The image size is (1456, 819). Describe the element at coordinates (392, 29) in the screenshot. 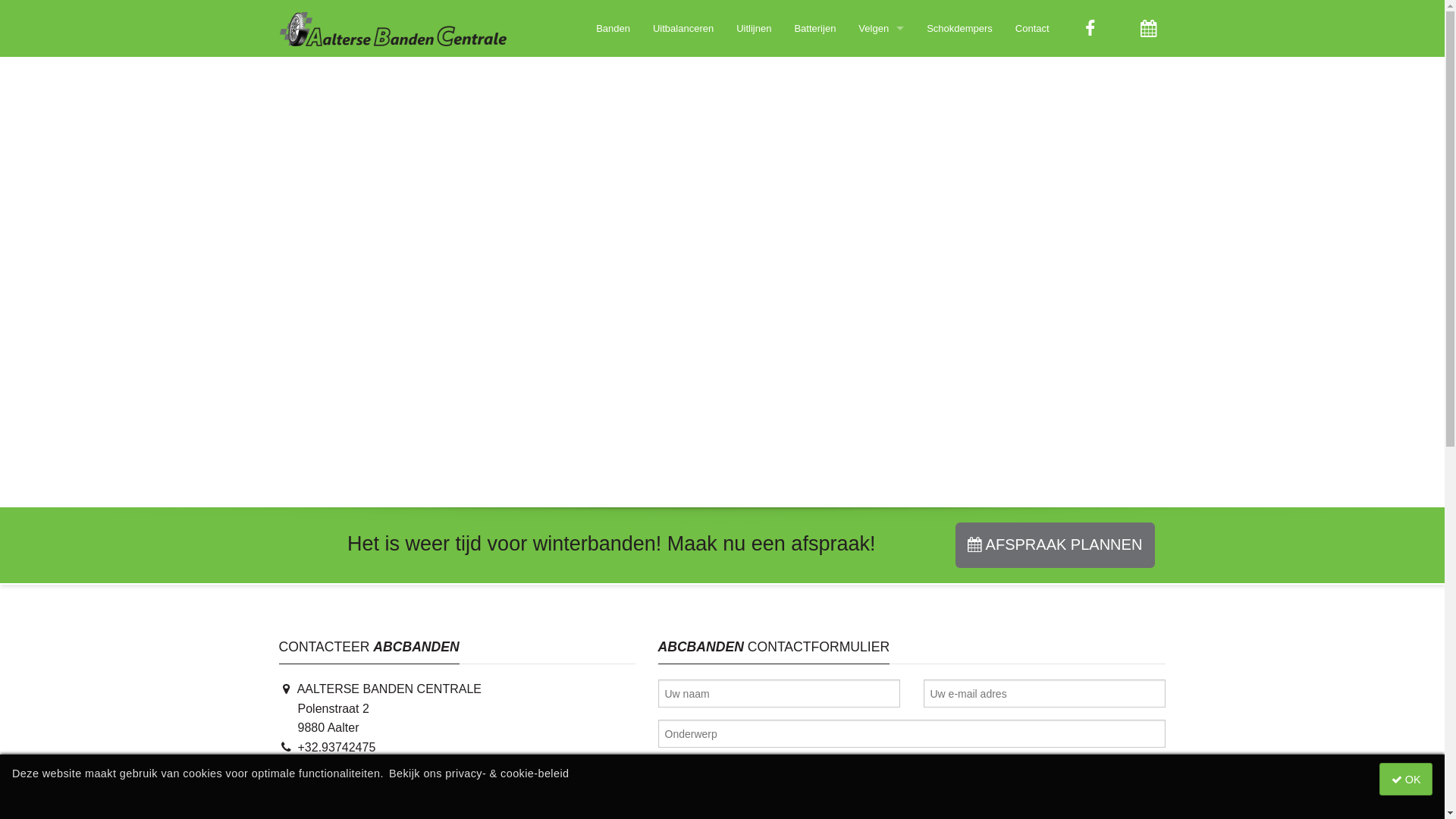

I see `'Startpagina Aalterse Banden Centrale'` at that location.